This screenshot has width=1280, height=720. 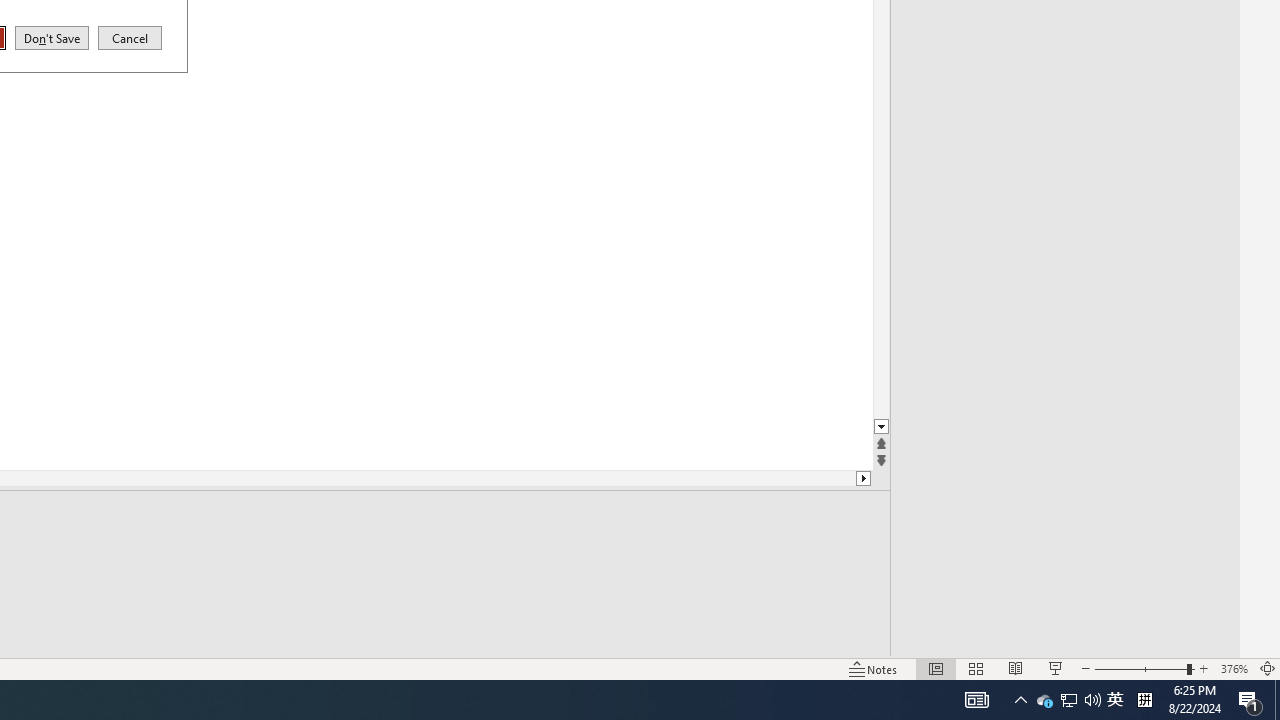 I want to click on 'Cancel', so click(x=129, y=37).